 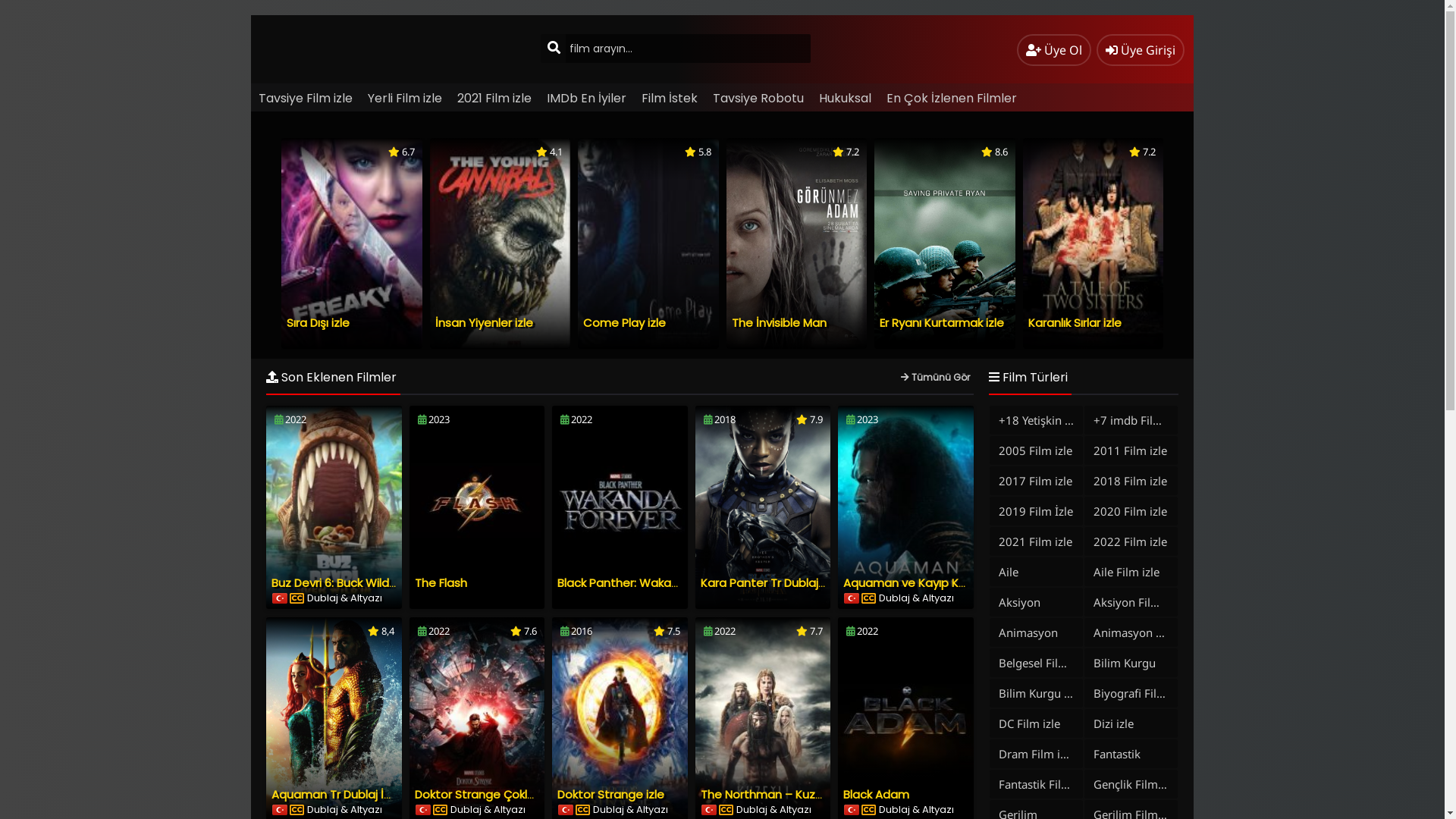 I want to click on '2018 Film izle', so click(x=1131, y=480).